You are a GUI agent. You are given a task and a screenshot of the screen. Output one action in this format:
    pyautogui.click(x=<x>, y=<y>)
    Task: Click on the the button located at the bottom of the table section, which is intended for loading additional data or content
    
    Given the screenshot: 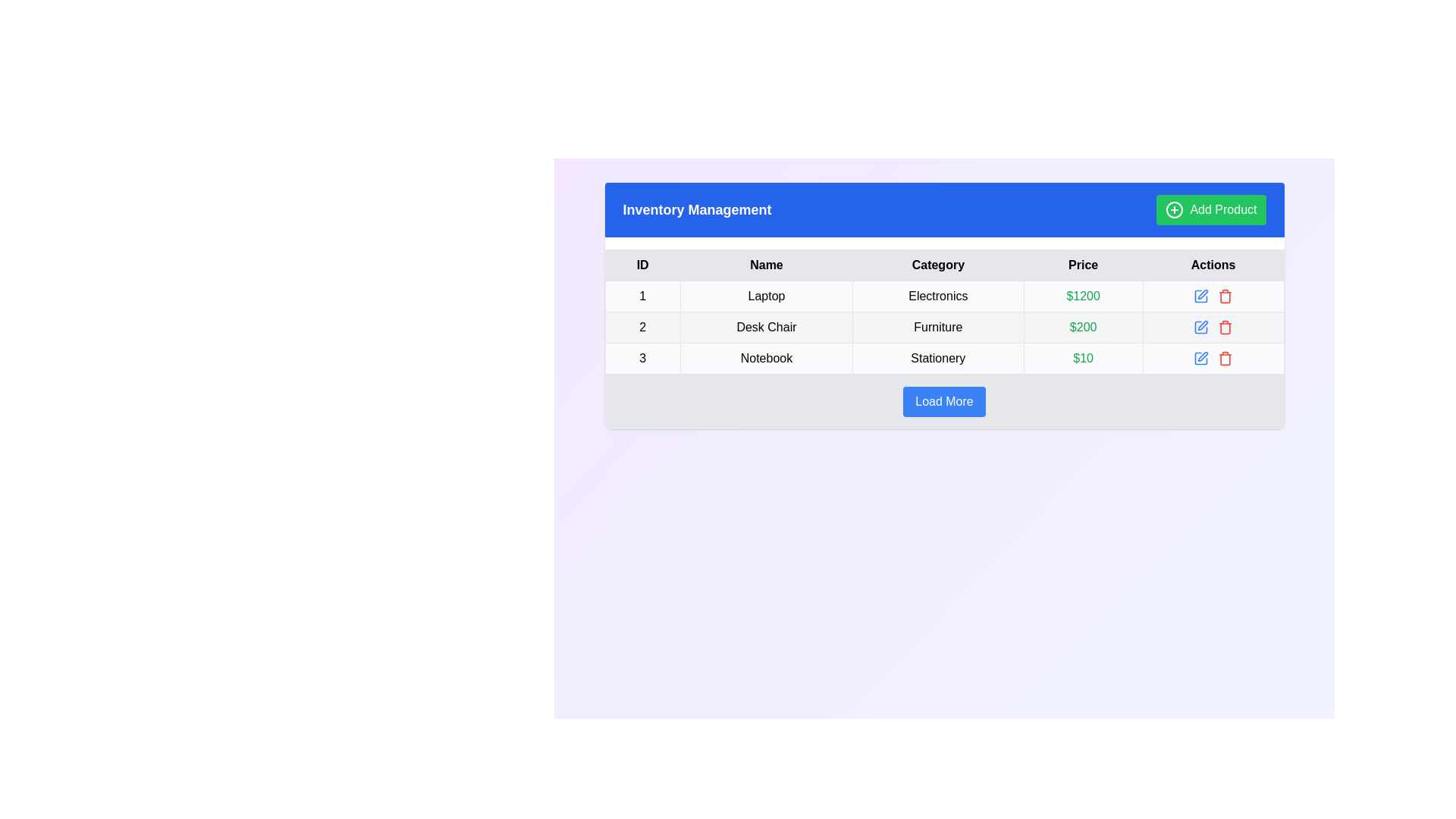 What is the action you would take?
    pyautogui.click(x=943, y=400)
    